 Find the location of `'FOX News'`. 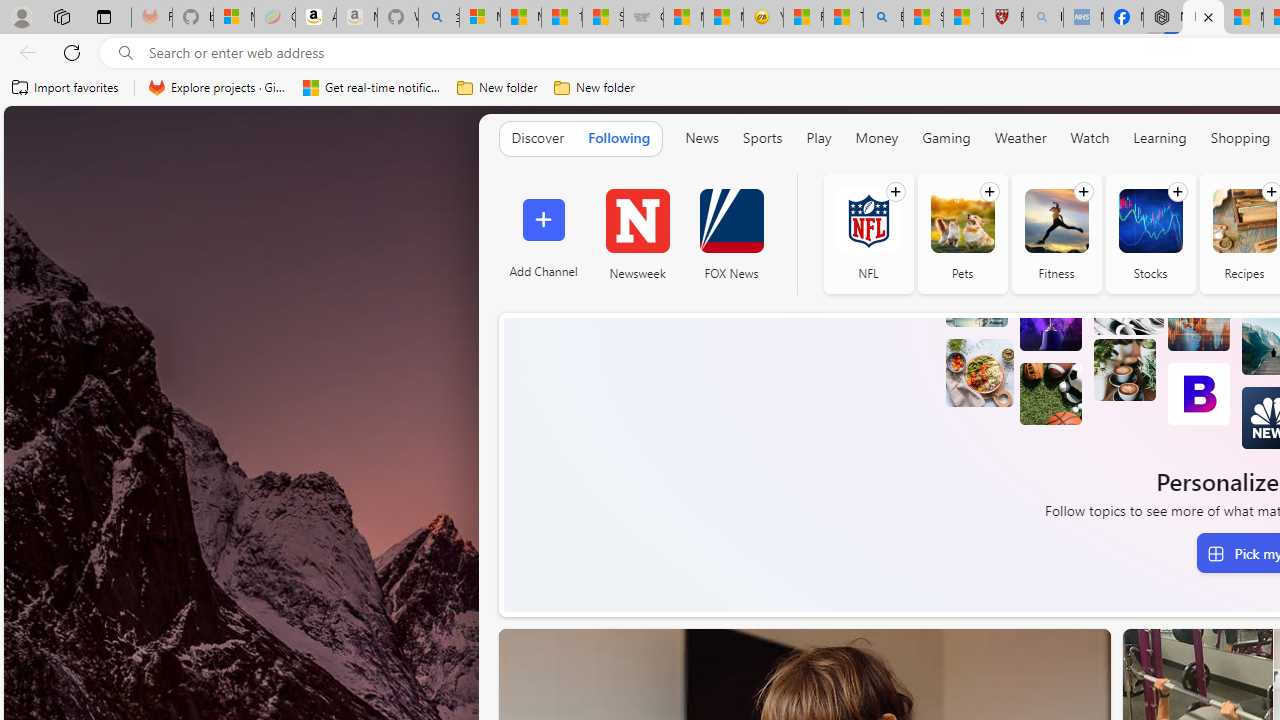

'FOX News' is located at coordinates (730, 220).